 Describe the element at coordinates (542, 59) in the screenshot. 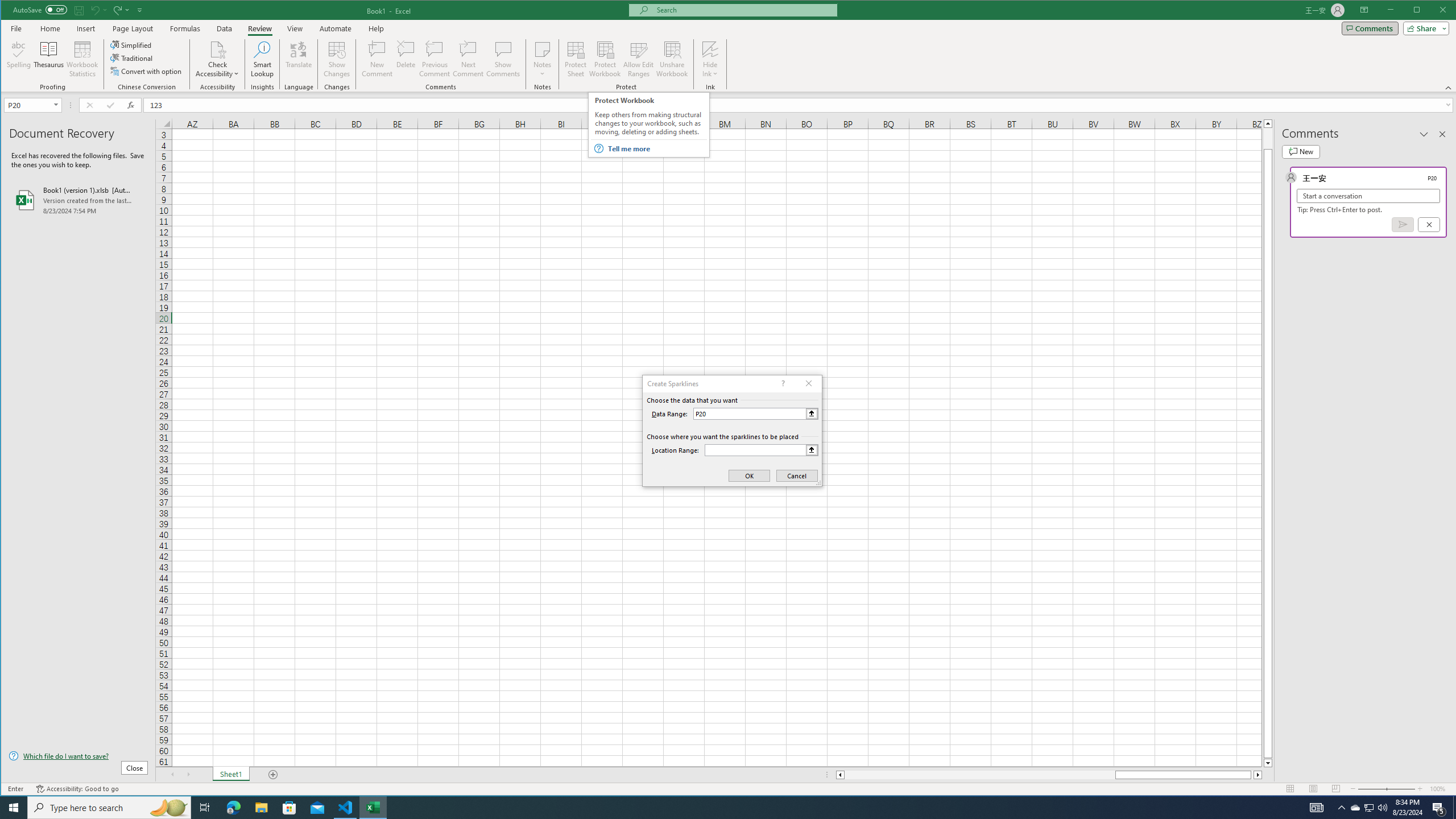

I see `'Notes'` at that location.